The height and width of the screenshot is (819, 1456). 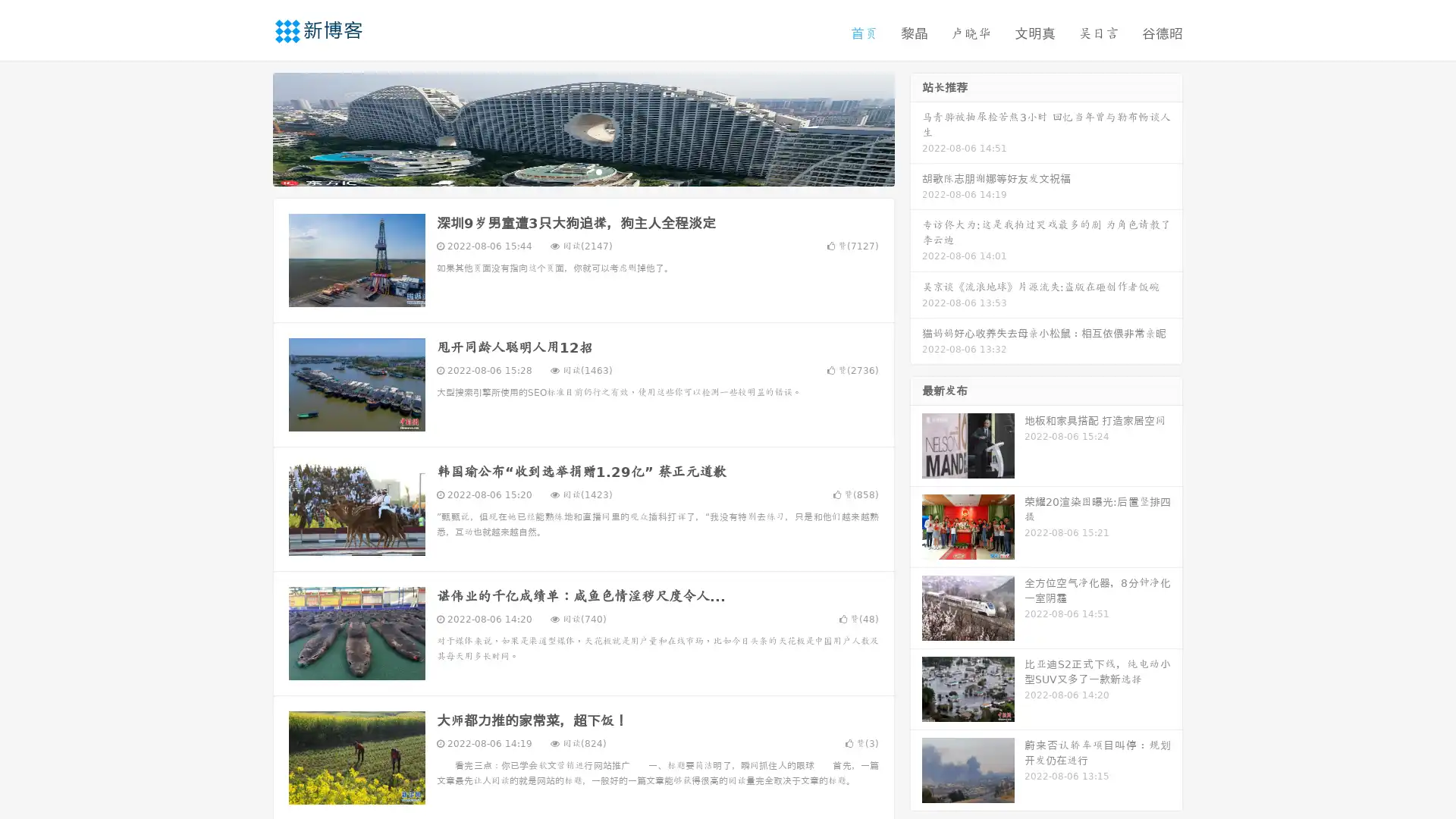 What do you see at coordinates (916, 127) in the screenshot?
I see `Next slide` at bounding box center [916, 127].